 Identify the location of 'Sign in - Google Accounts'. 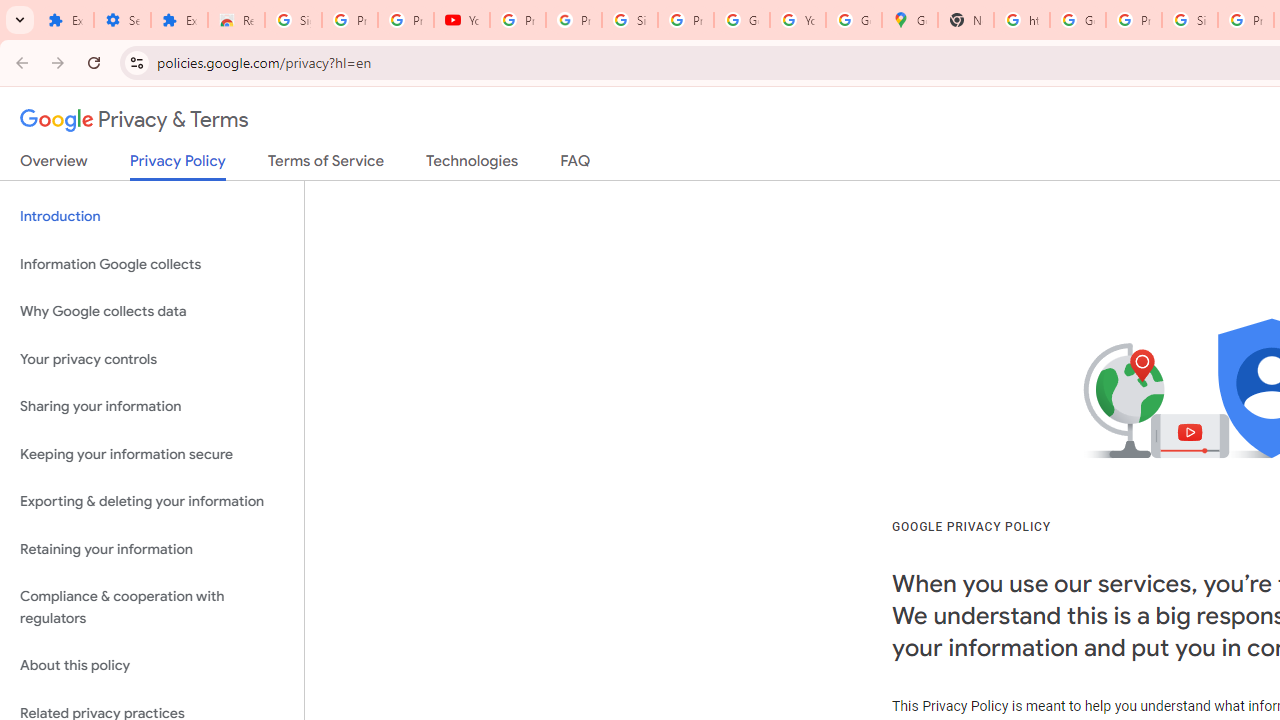
(1190, 20).